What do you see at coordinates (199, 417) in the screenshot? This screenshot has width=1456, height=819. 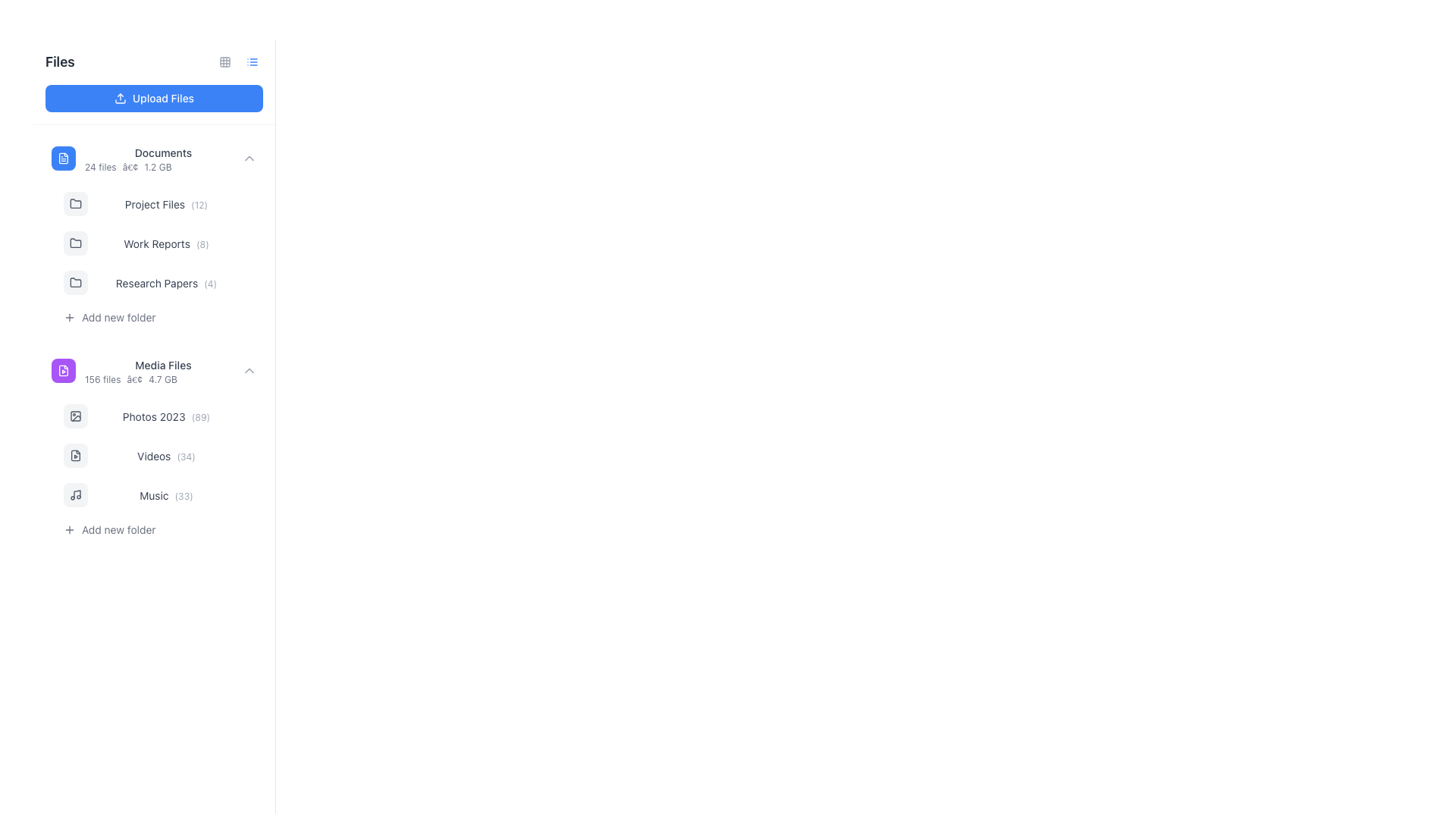 I see `the informational text label displaying the count of items associated with the 'Photos 2023' folder, located in the expandable list under 'Media Files' on the left-hand navigation panel` at bounding box center [199, 417].